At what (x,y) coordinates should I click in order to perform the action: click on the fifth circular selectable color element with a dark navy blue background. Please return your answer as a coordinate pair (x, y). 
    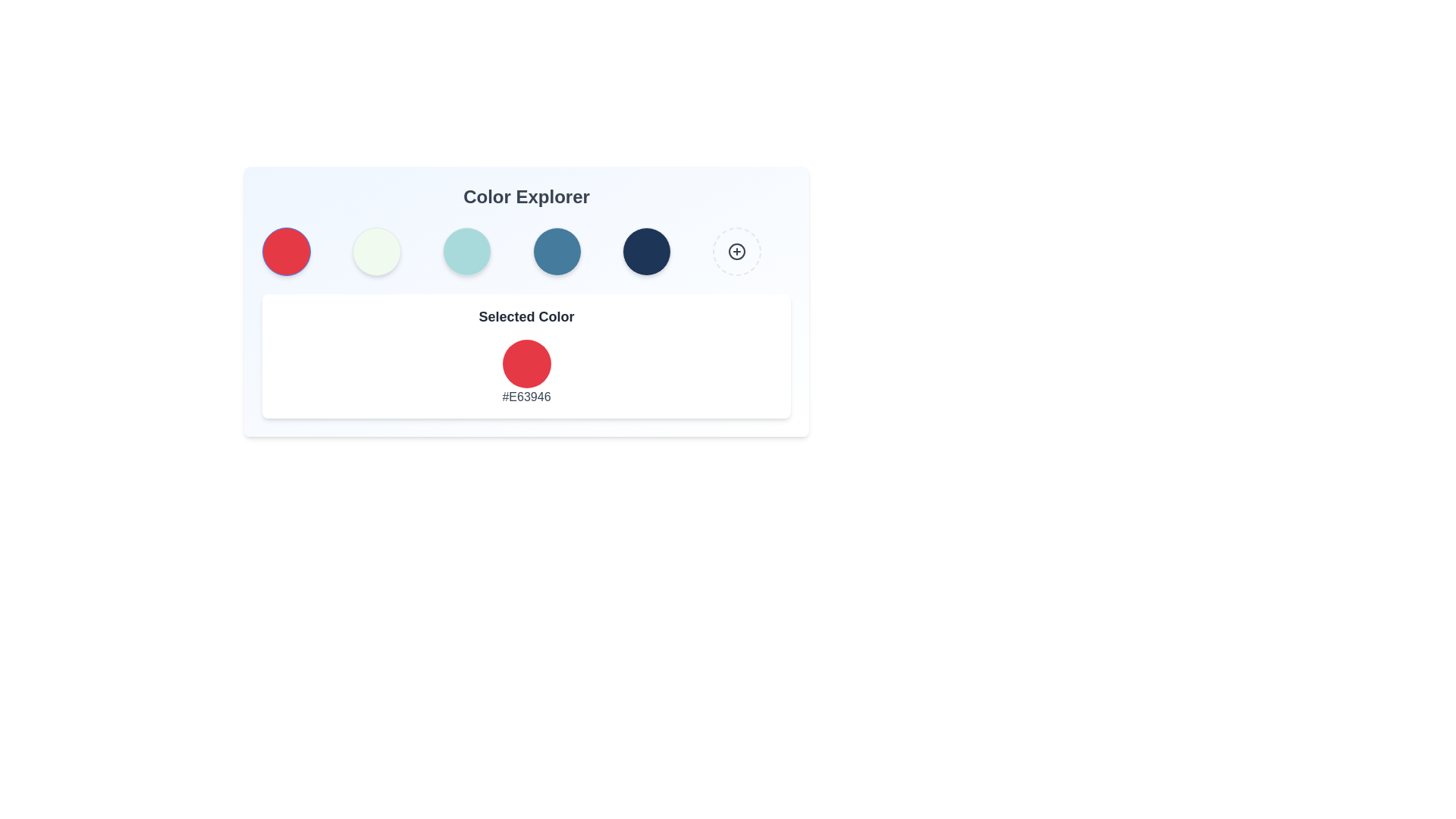
    Looking at the image, I should click on (647, 250).